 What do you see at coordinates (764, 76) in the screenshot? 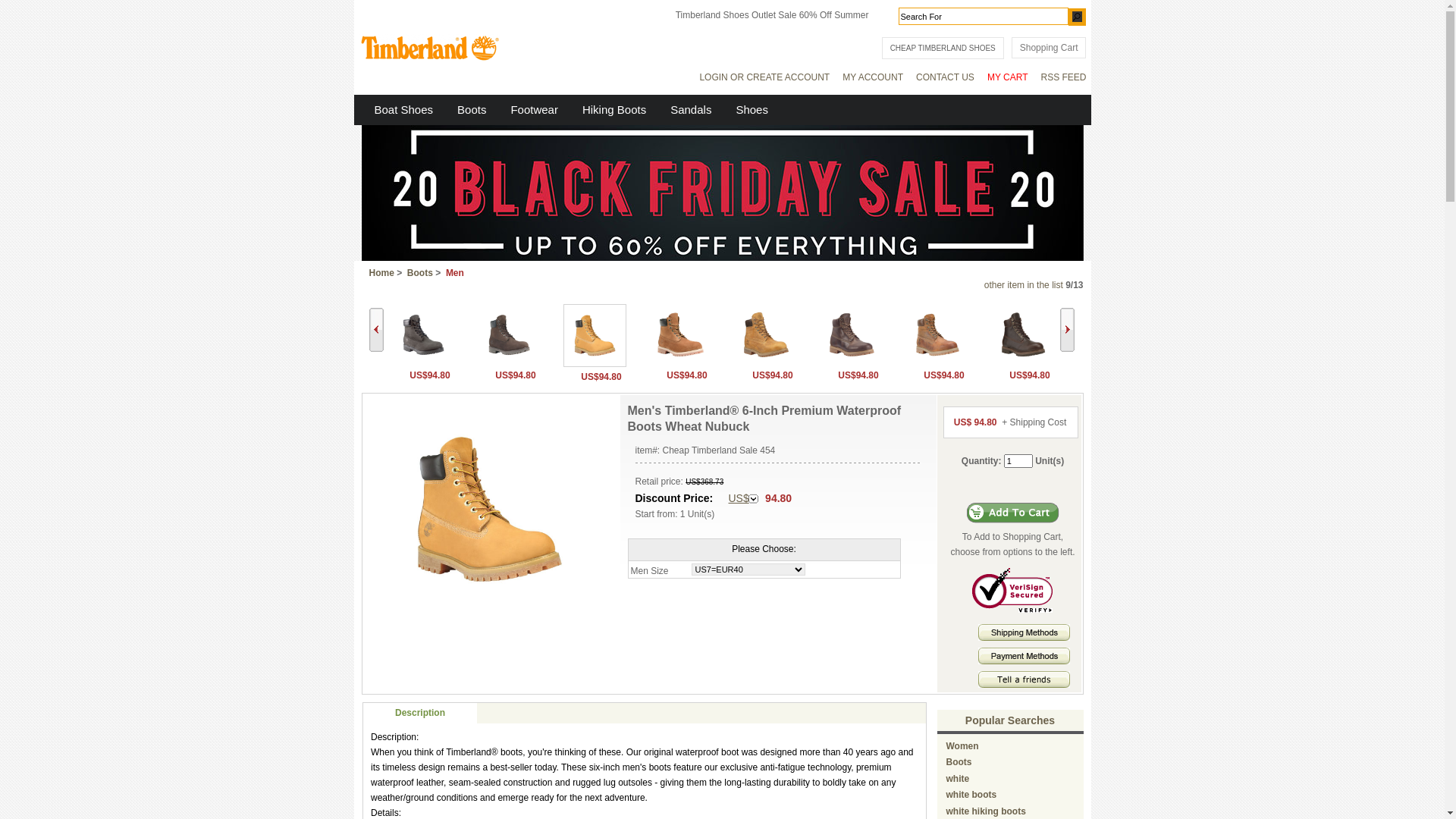
I see `'LOGIN OR CREATE ACCOUNT'` at bounding box center [764, 76].